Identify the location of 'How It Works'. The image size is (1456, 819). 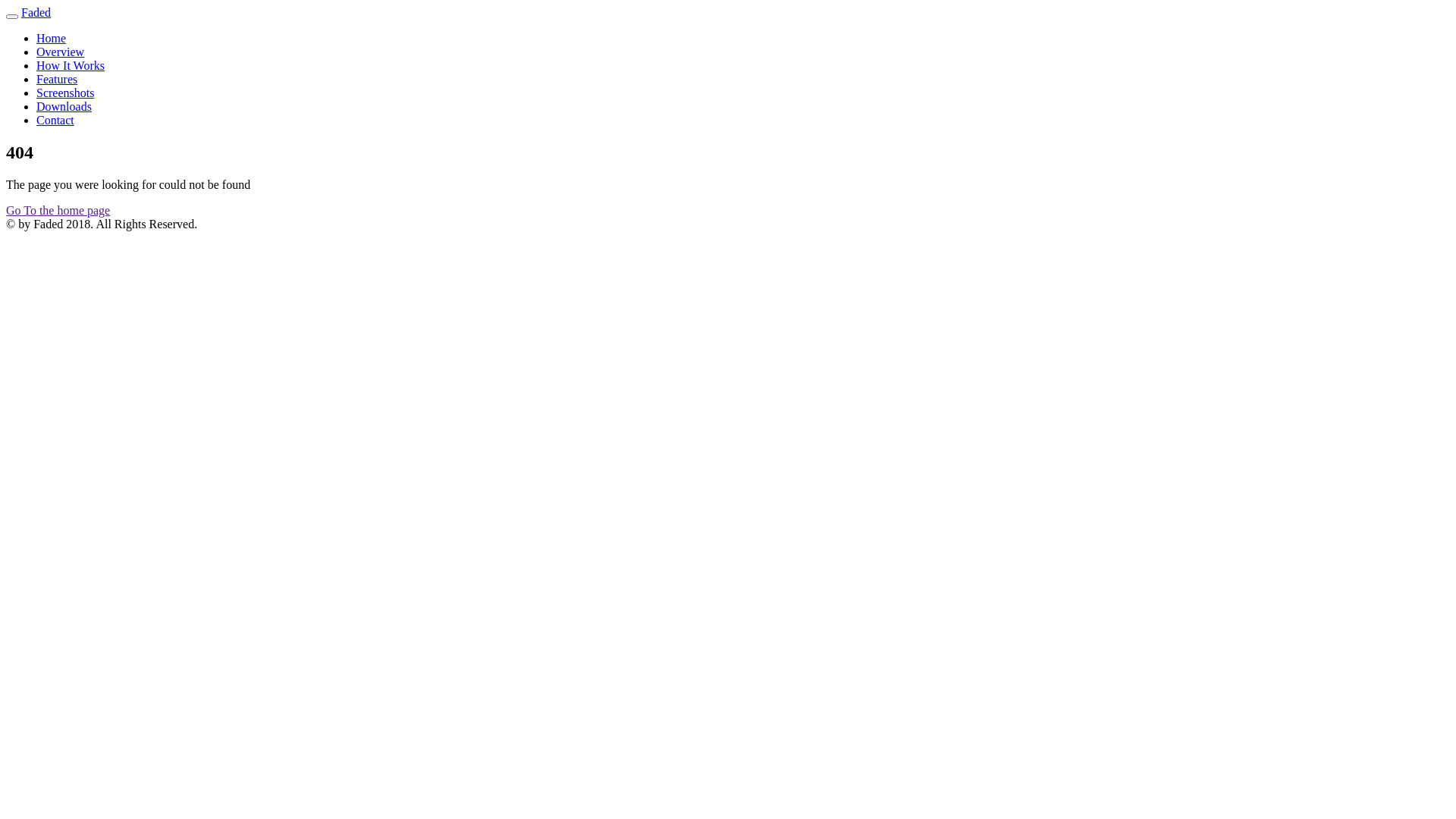
(36, 64).